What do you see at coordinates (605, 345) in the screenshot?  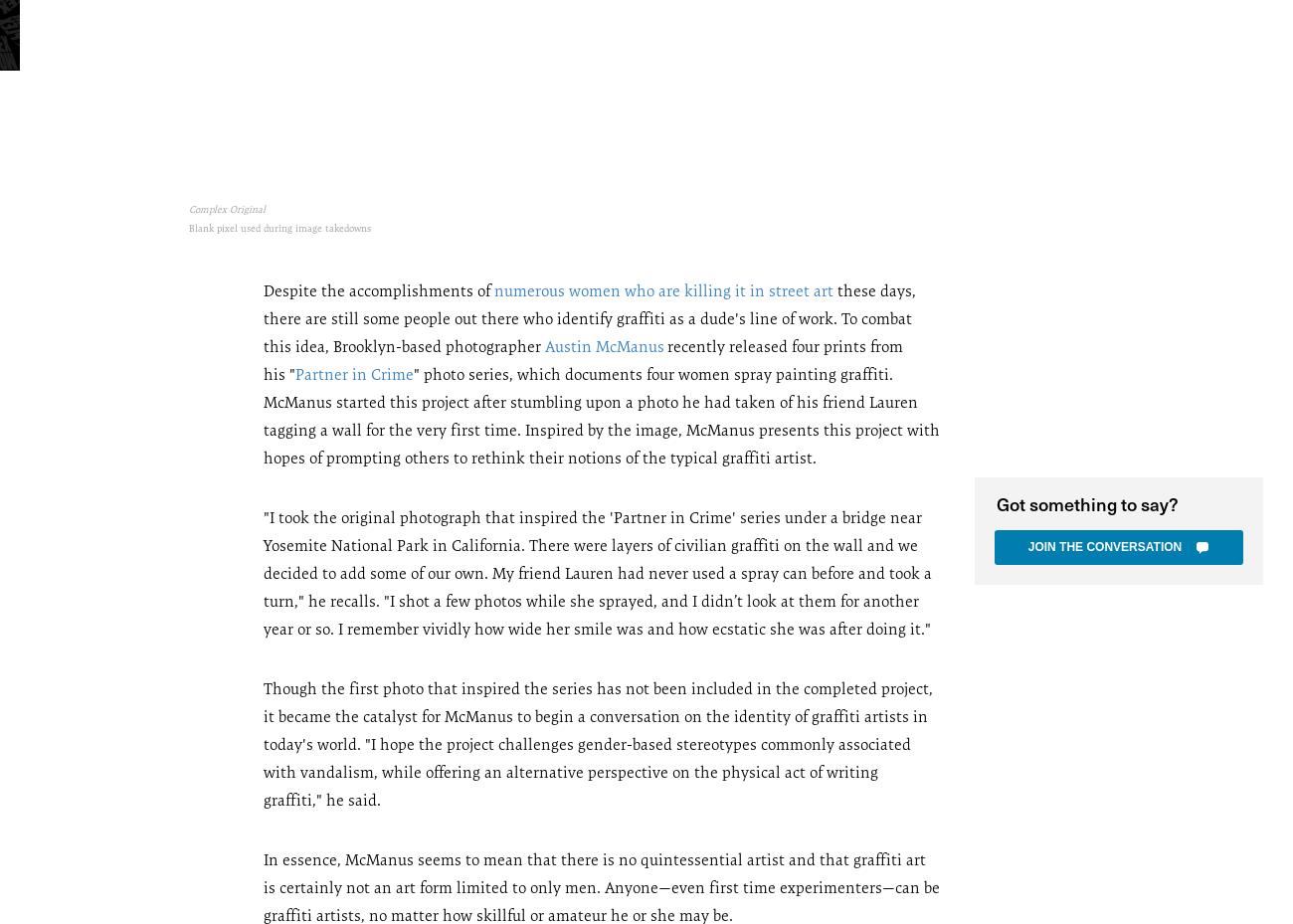 I see `'Austin McManus'` at bounding box center [605, 345].